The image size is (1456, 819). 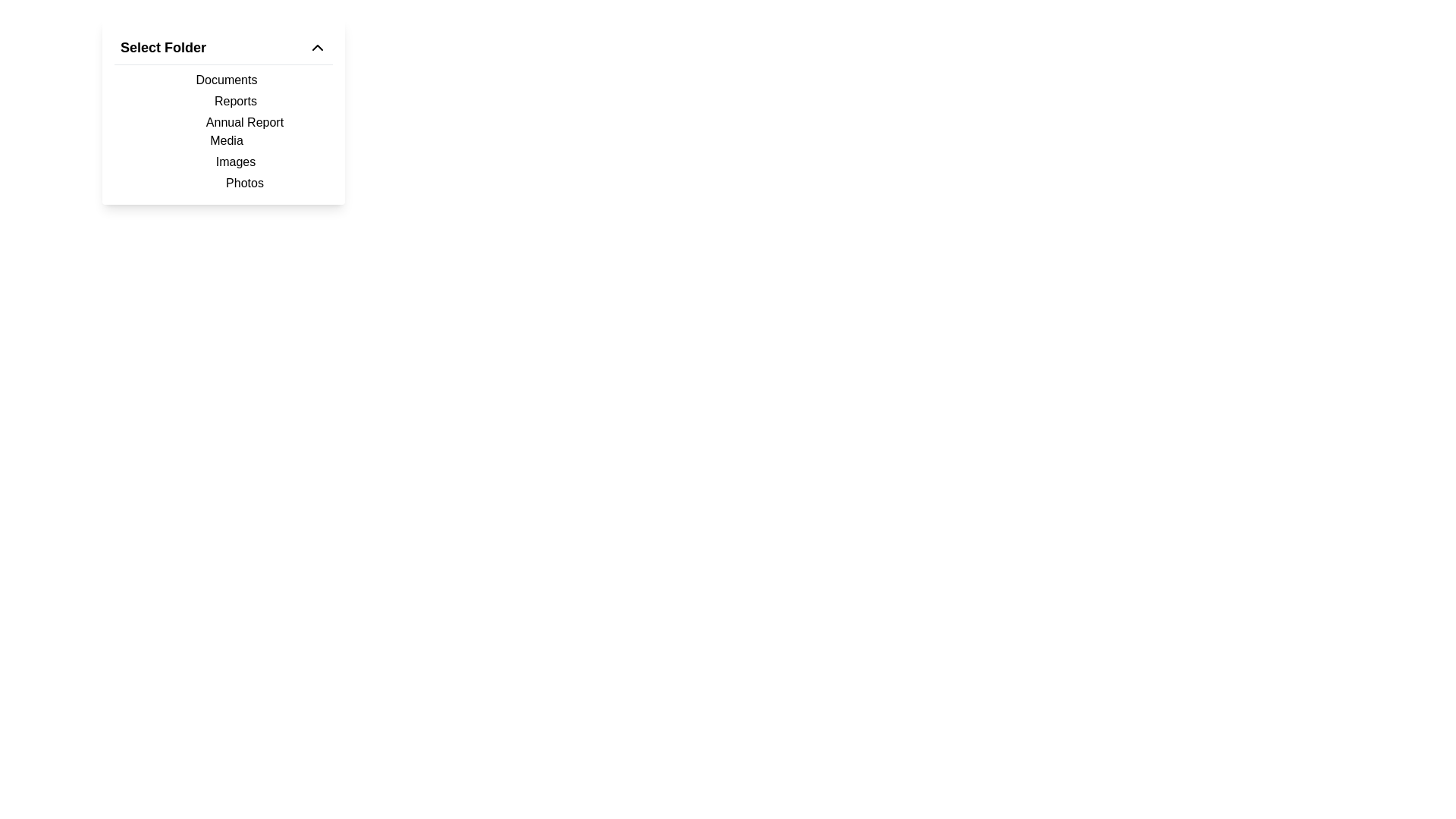 What do you see at coordinates (235, 180) in the screenshot?
I see `the 'Photos' label, which is styled with padding and appears below the 'Images' element in the dropdown menu labeled 'Select Folder'` at bounding box center [235, 180].